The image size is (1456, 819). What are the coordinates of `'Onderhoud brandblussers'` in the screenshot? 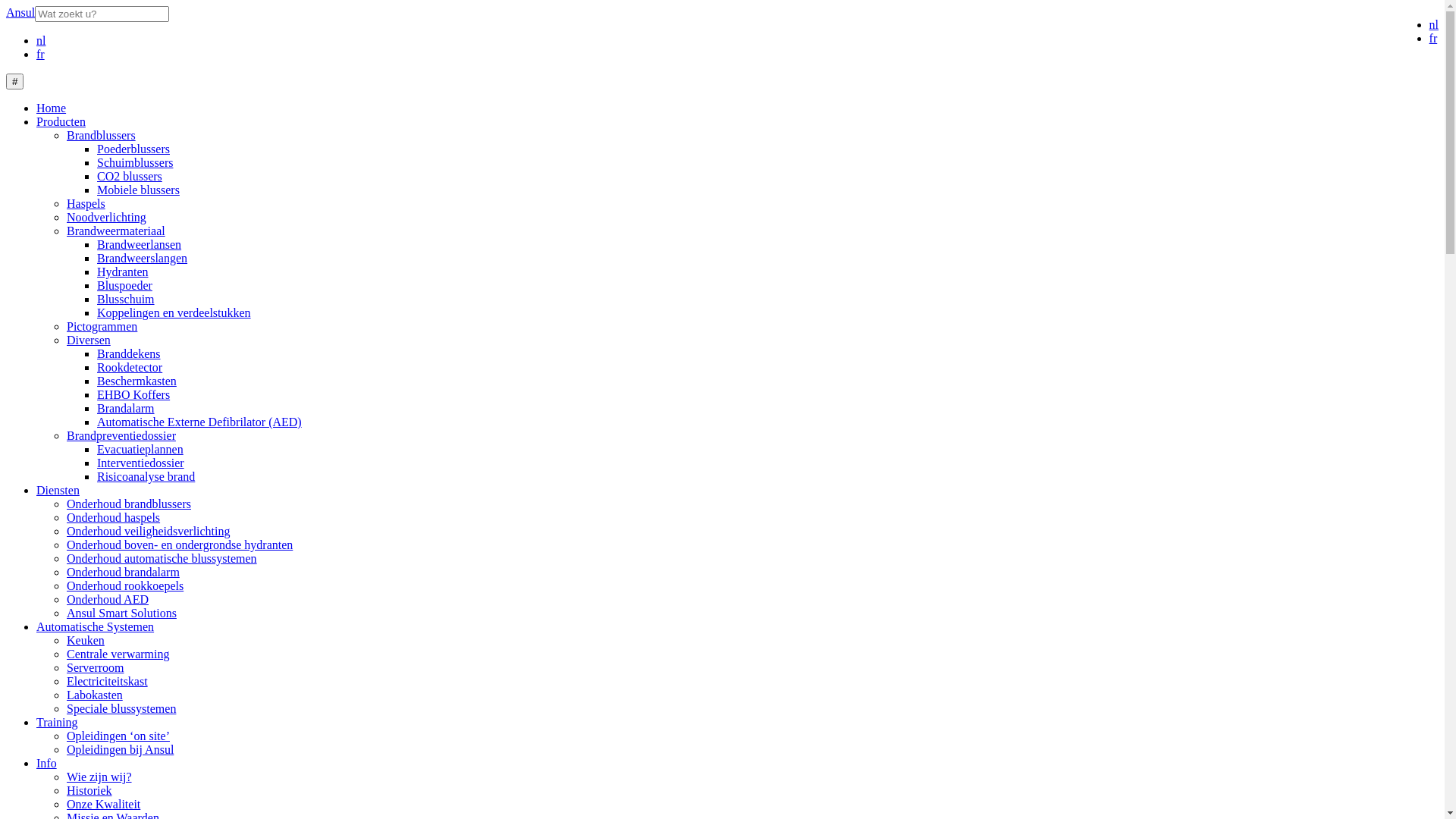 It's located at (128, 504).